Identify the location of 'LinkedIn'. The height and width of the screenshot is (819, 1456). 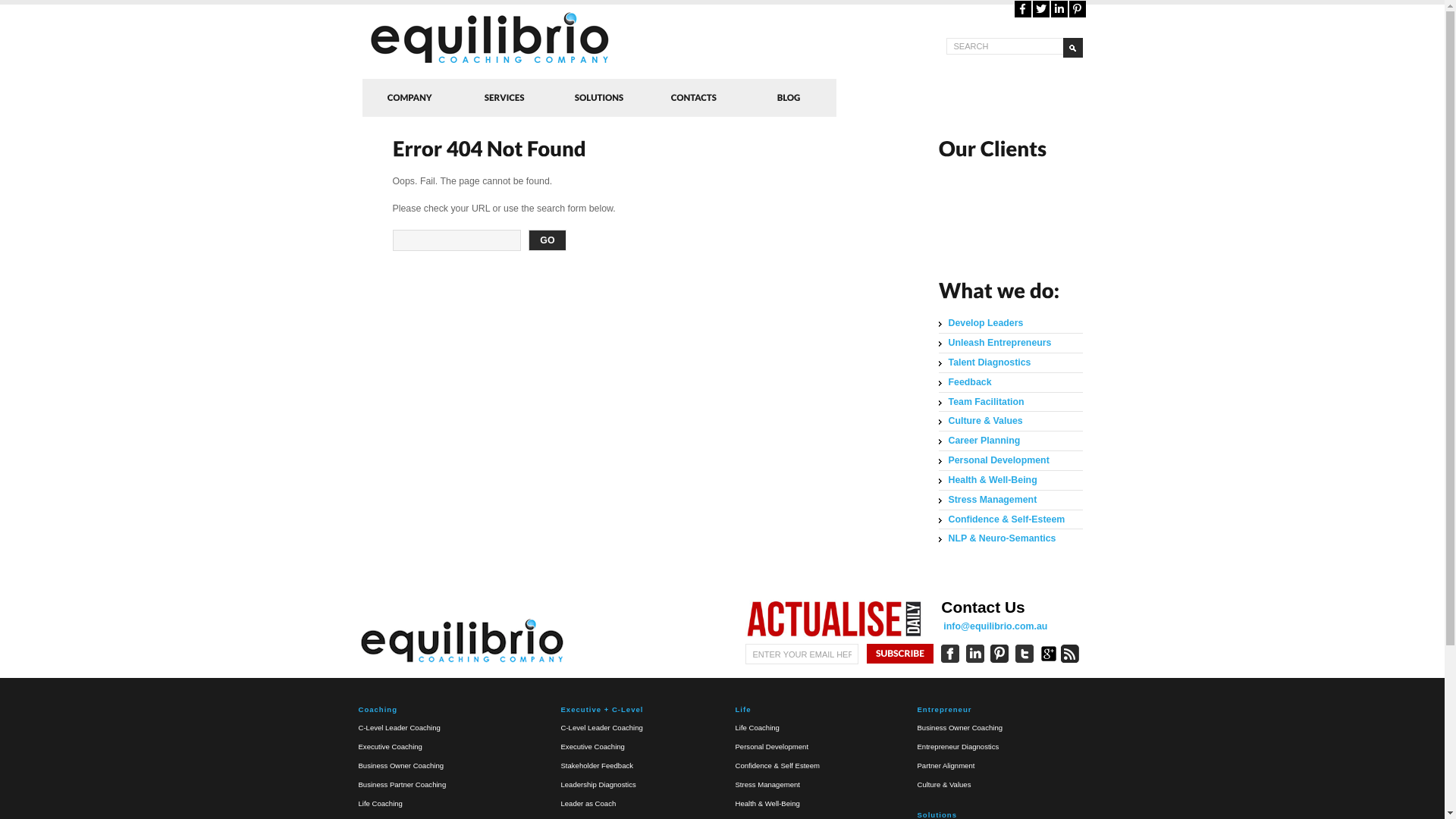
(1053, 8).